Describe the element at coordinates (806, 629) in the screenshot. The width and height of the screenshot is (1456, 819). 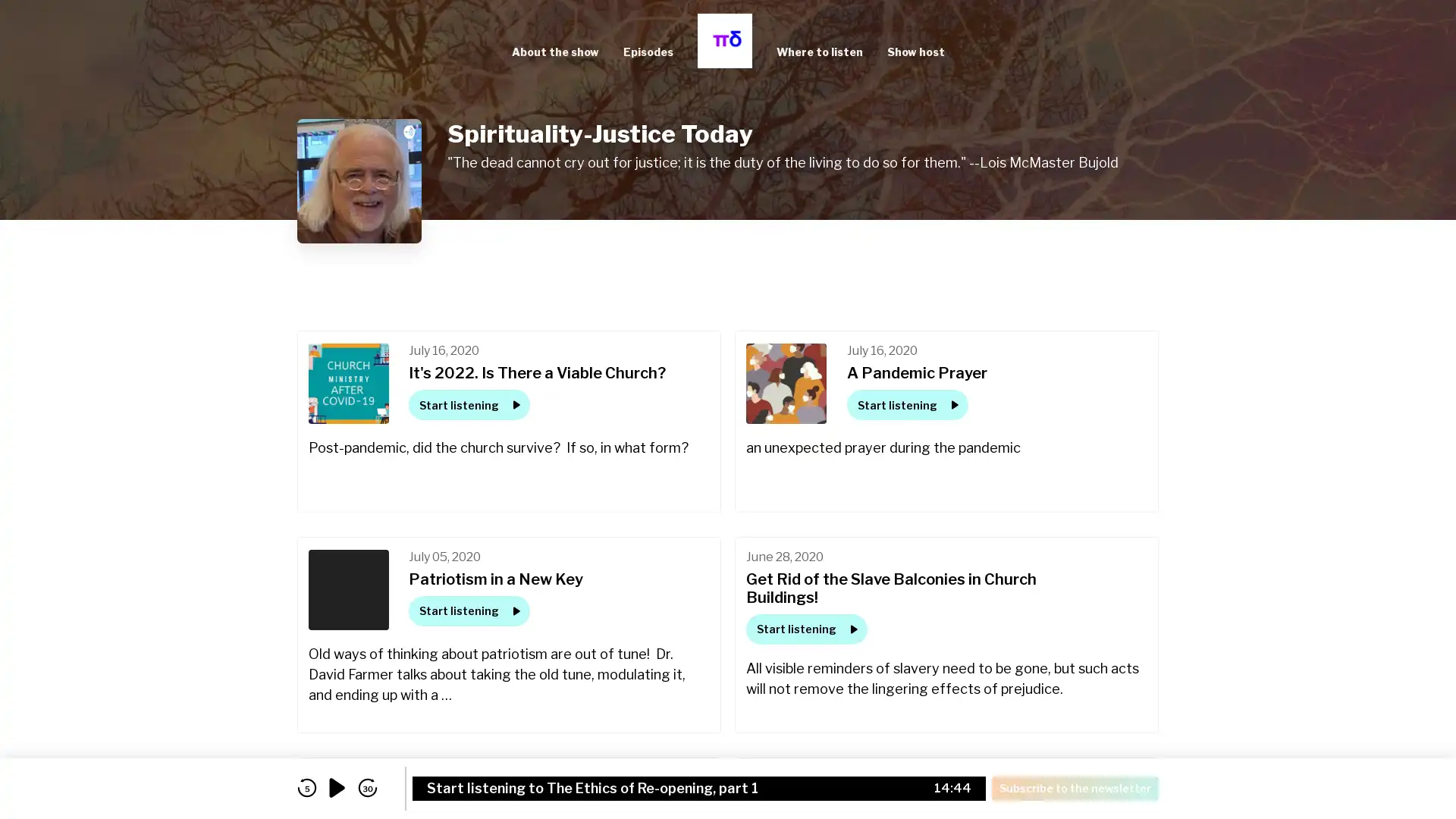
I see `Start listening` at that location.